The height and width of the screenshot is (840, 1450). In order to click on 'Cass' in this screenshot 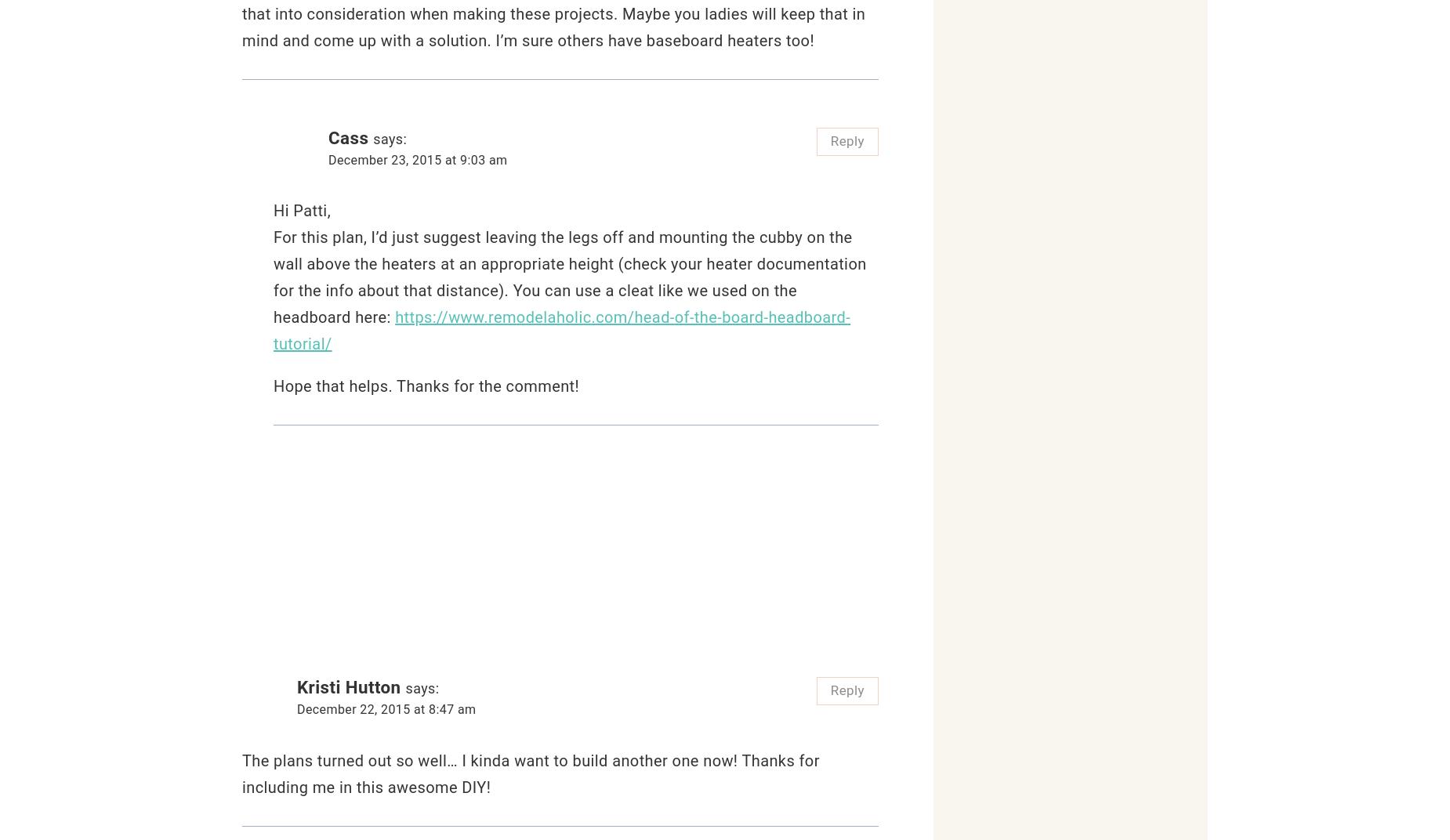, I will do `click(347, 137)`.